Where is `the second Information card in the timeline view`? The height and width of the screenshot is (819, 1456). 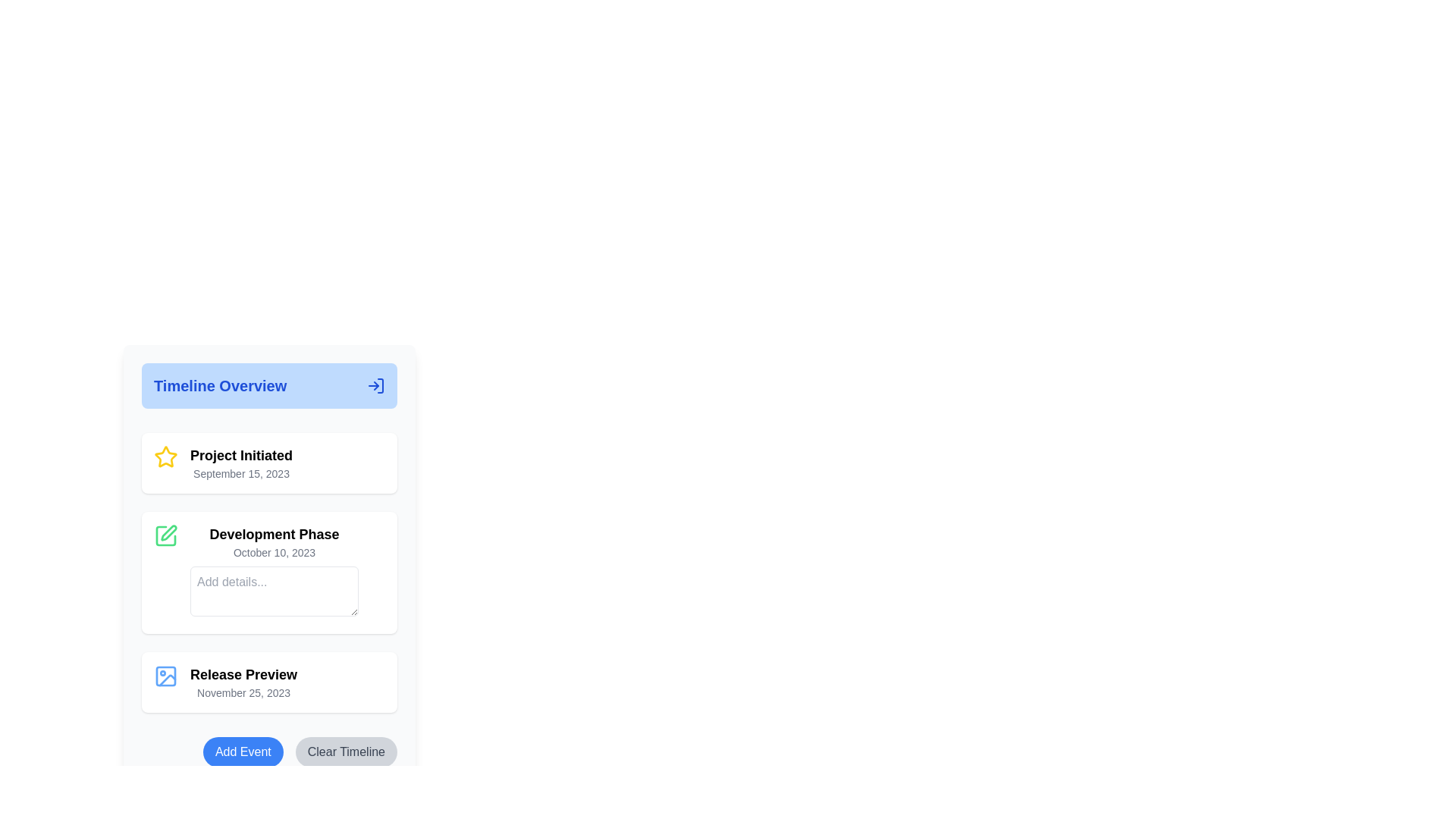
the second Information card in the timeline view is located at coordinates (269, 573).